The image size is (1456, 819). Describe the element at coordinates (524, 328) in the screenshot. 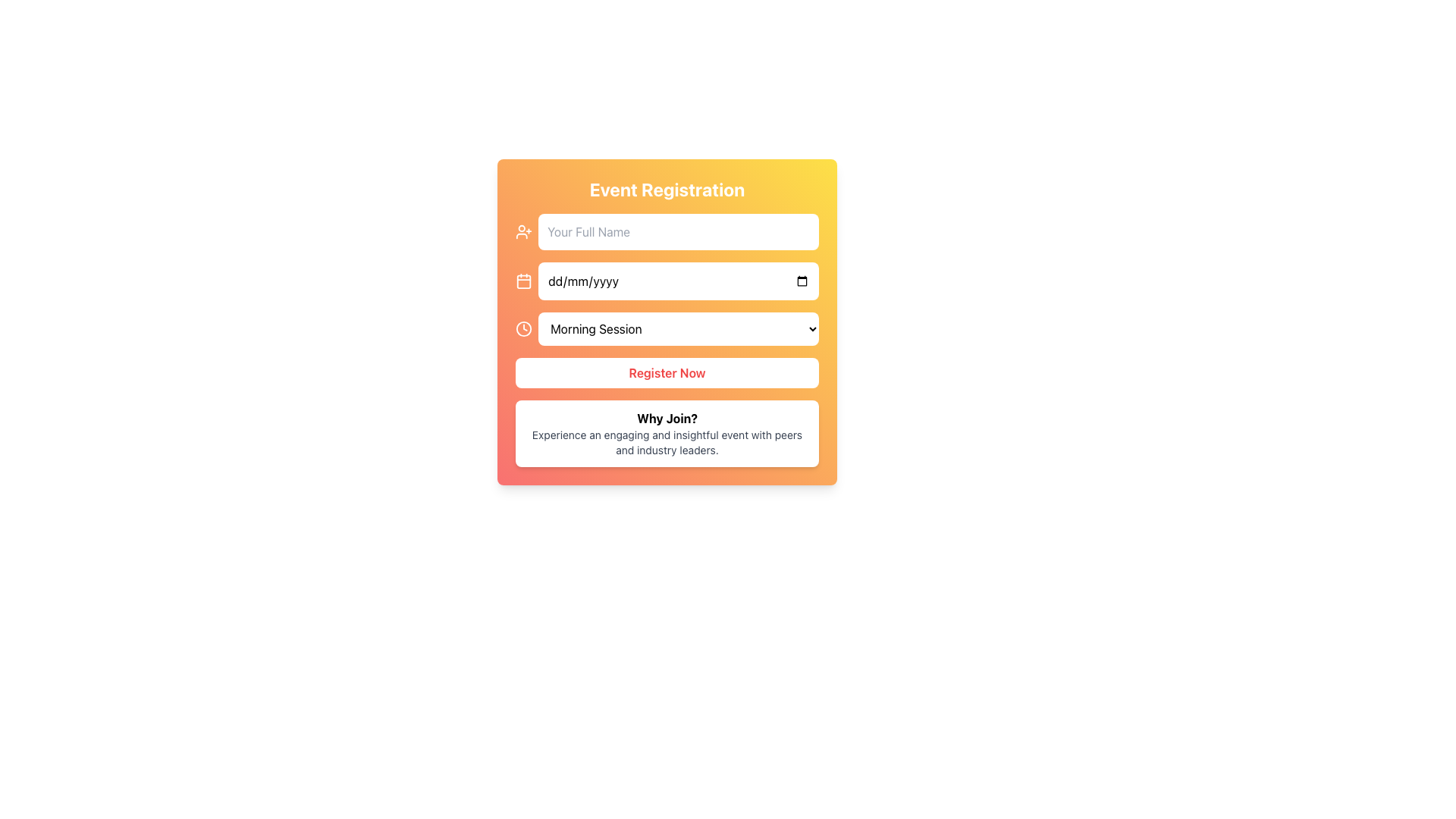

I see `the decorative circle within the clock-shaped icon, which is positioned to the left of the 'Morning Session' dropdown` at that location.